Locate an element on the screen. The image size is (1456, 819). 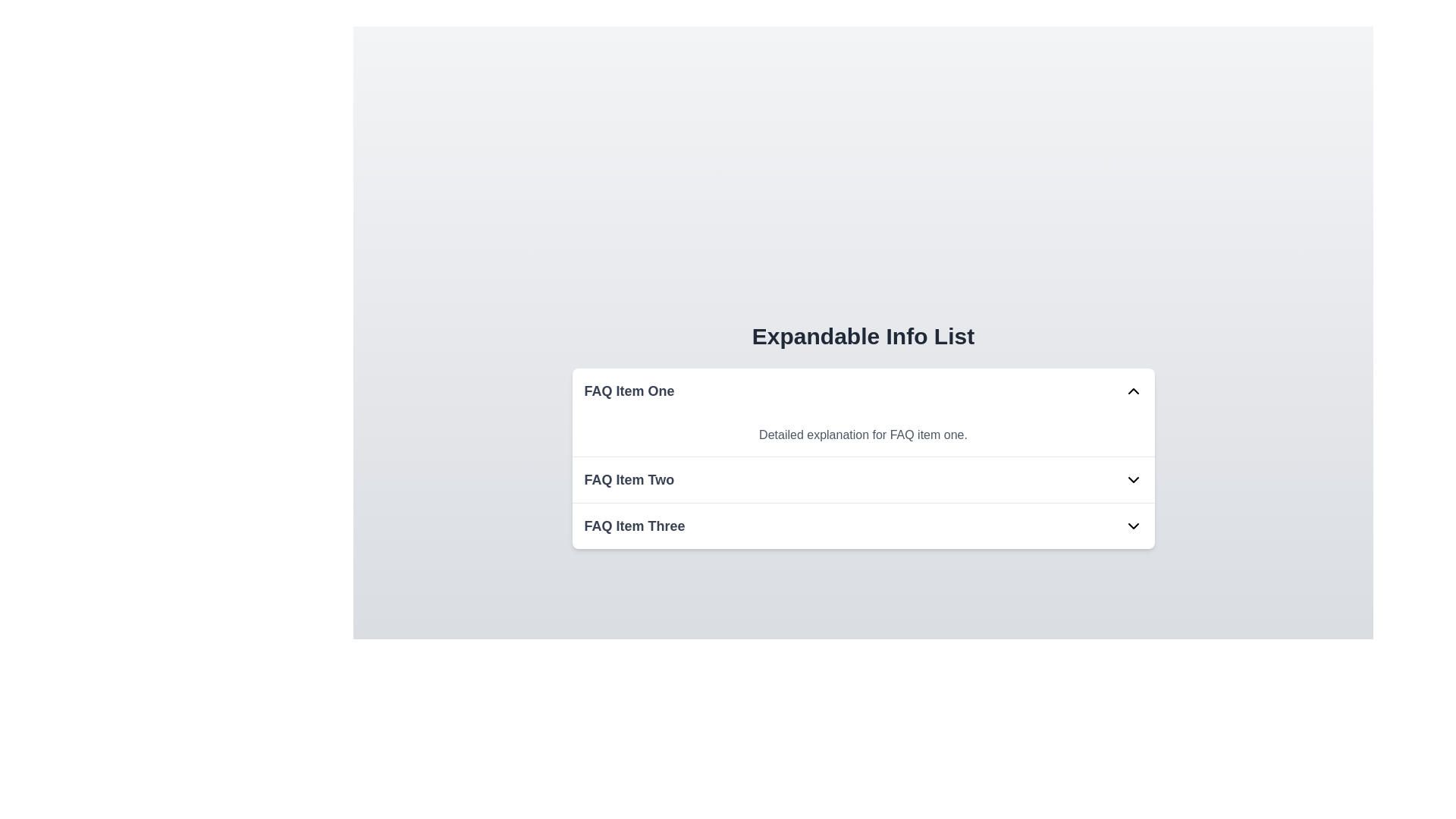
the 'FAQ Item One' toggle item in the Interactive row is located at coordinates (863, 391).